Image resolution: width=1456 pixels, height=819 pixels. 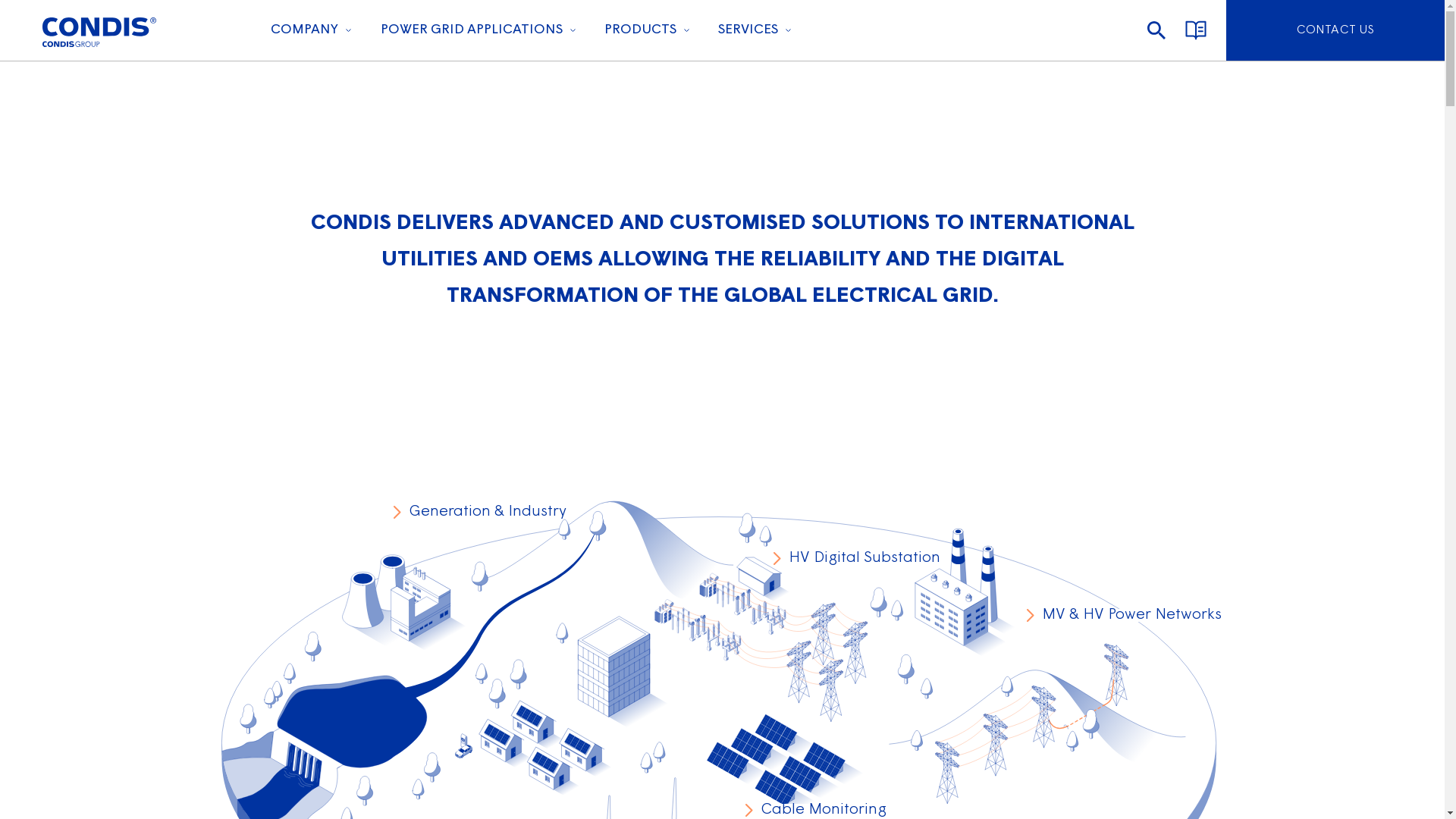 I want to click on 'CONTACT US', so click(x=1335, y=30).